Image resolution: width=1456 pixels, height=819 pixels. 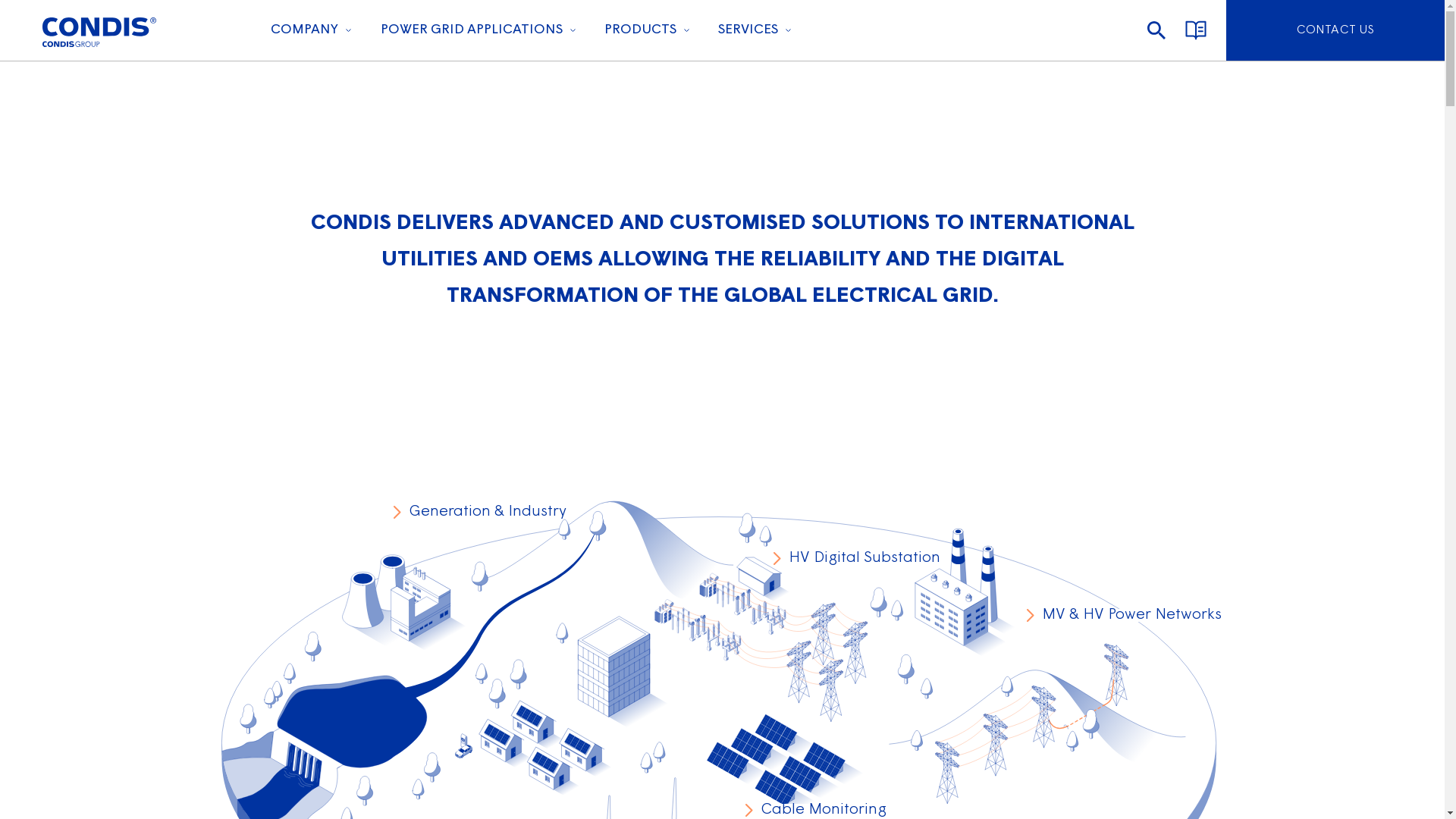 I want to click on 'CONTACT US', so click(x=1335, y=30).